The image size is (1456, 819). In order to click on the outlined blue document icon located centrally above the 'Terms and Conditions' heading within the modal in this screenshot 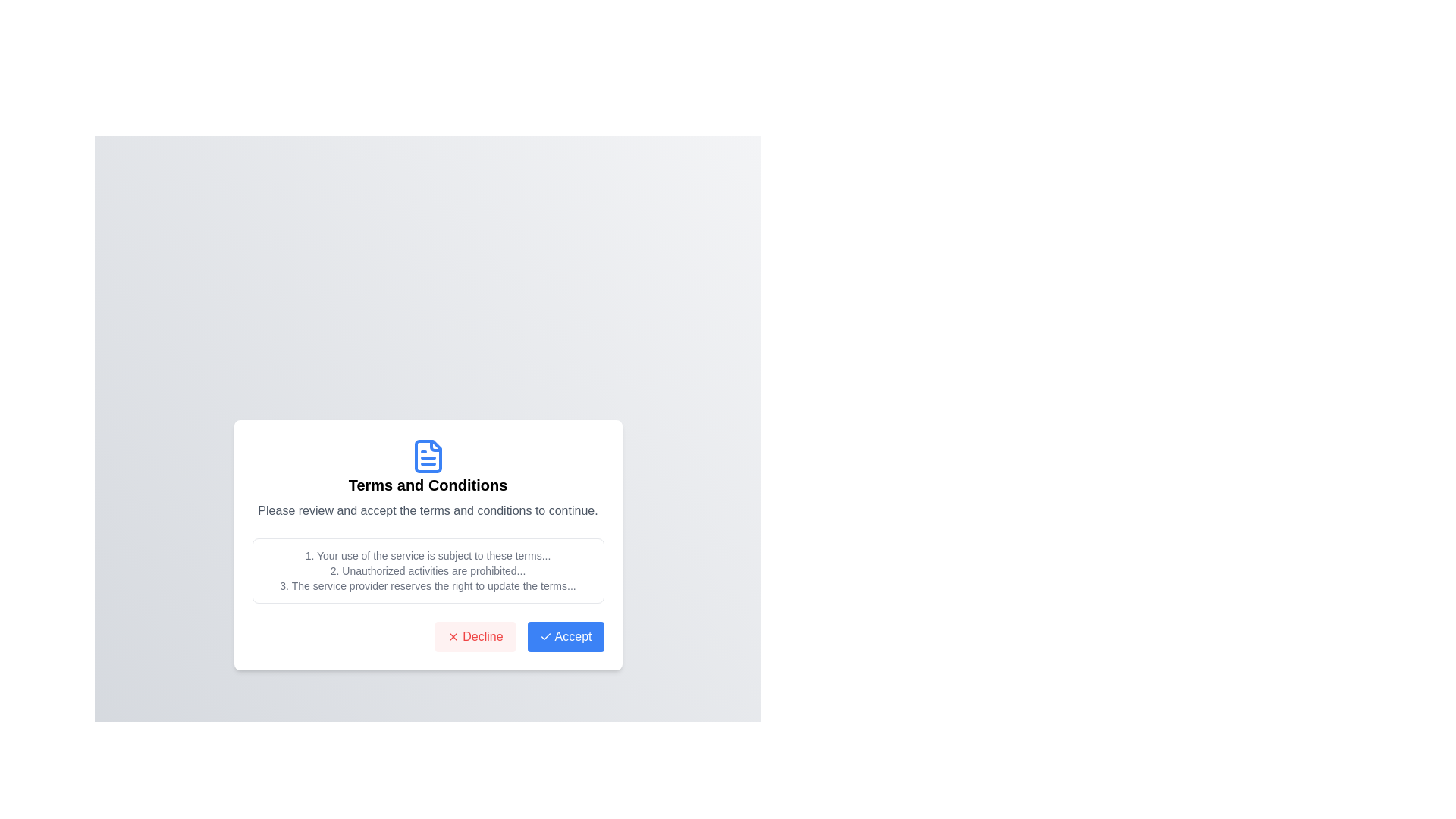, I will do `click(427, 455)`.